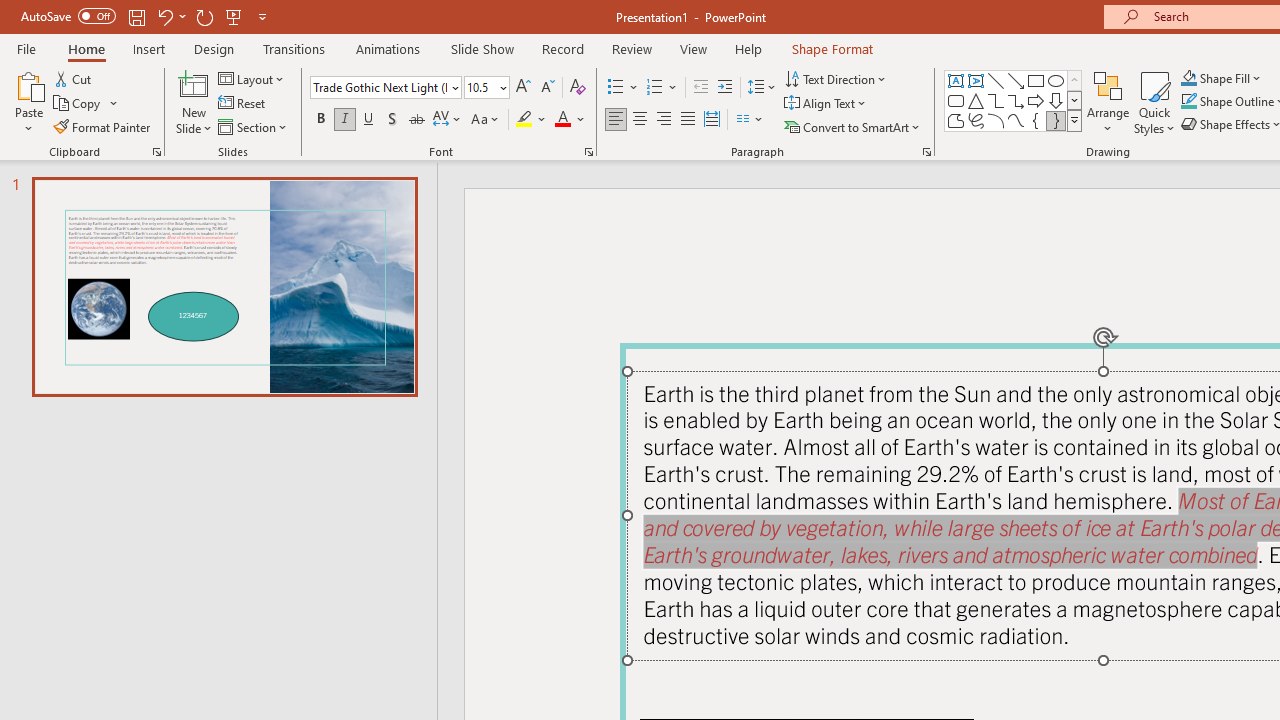  I want to click on 'Shape Fill Aqua, Accent 2', so click(1189, 77).